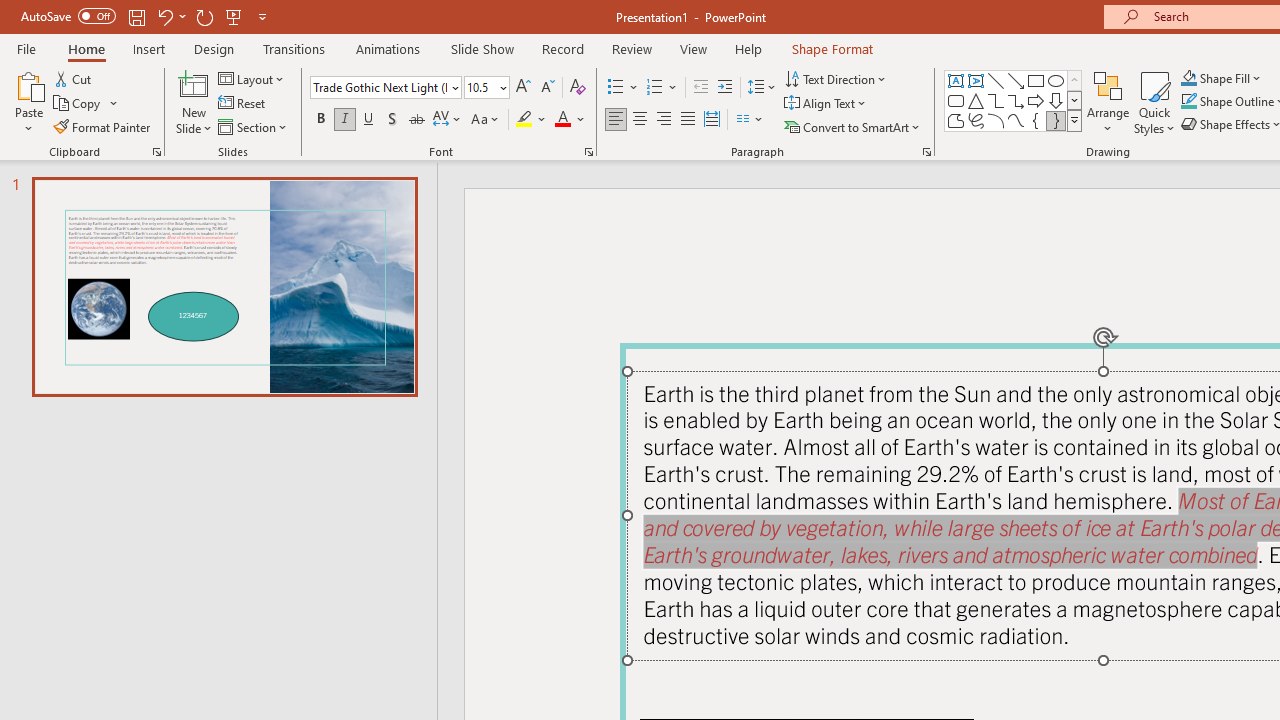  I want to click on 'Shape Fill Aqua, Accent 2', so click(1189, 77).